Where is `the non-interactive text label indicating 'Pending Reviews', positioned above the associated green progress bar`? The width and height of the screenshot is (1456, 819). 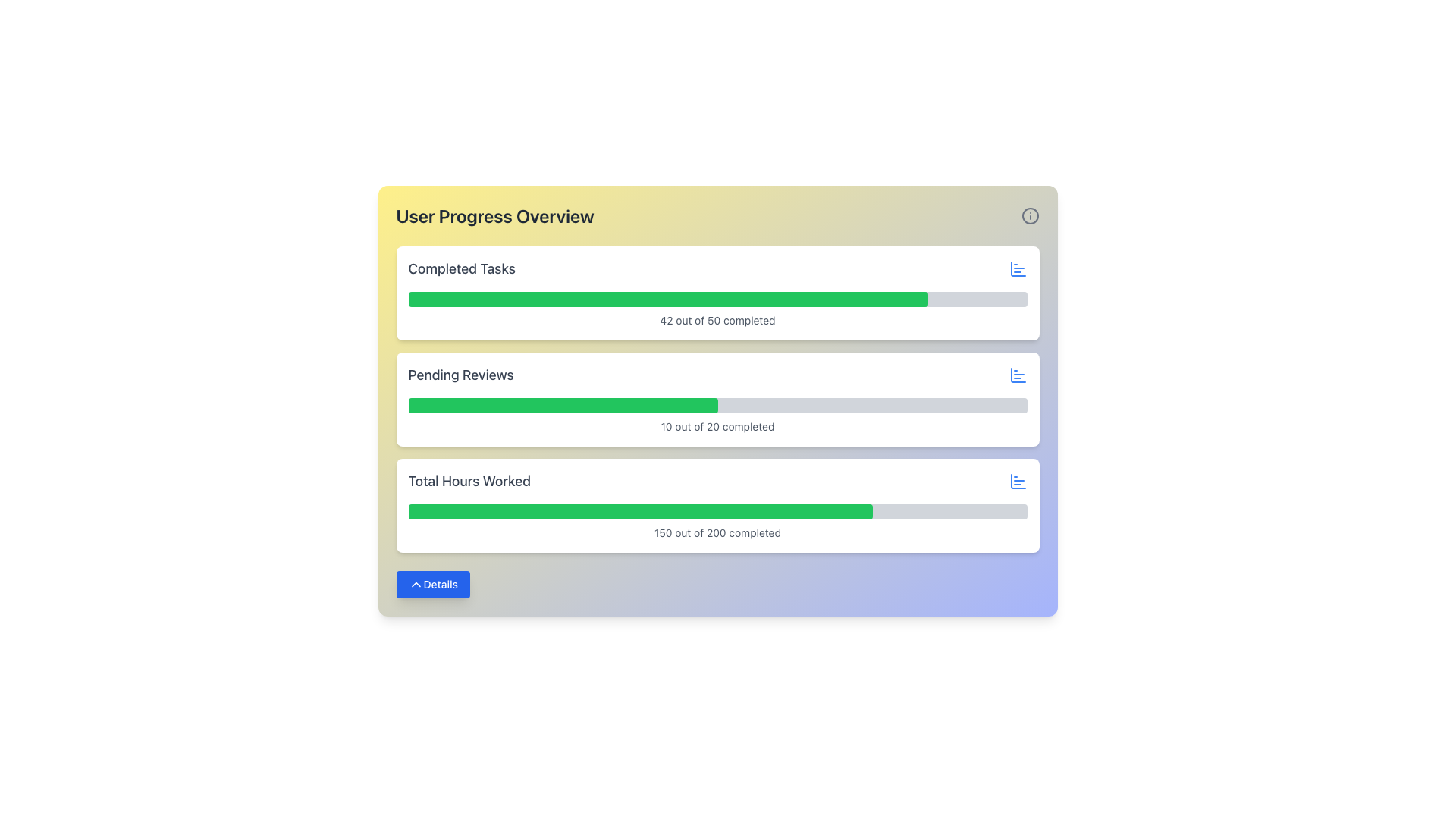 the non-interactive text label indicating 'Pending Reviews', positioned above the associated green progress bar is located at coordinates (460, 375).